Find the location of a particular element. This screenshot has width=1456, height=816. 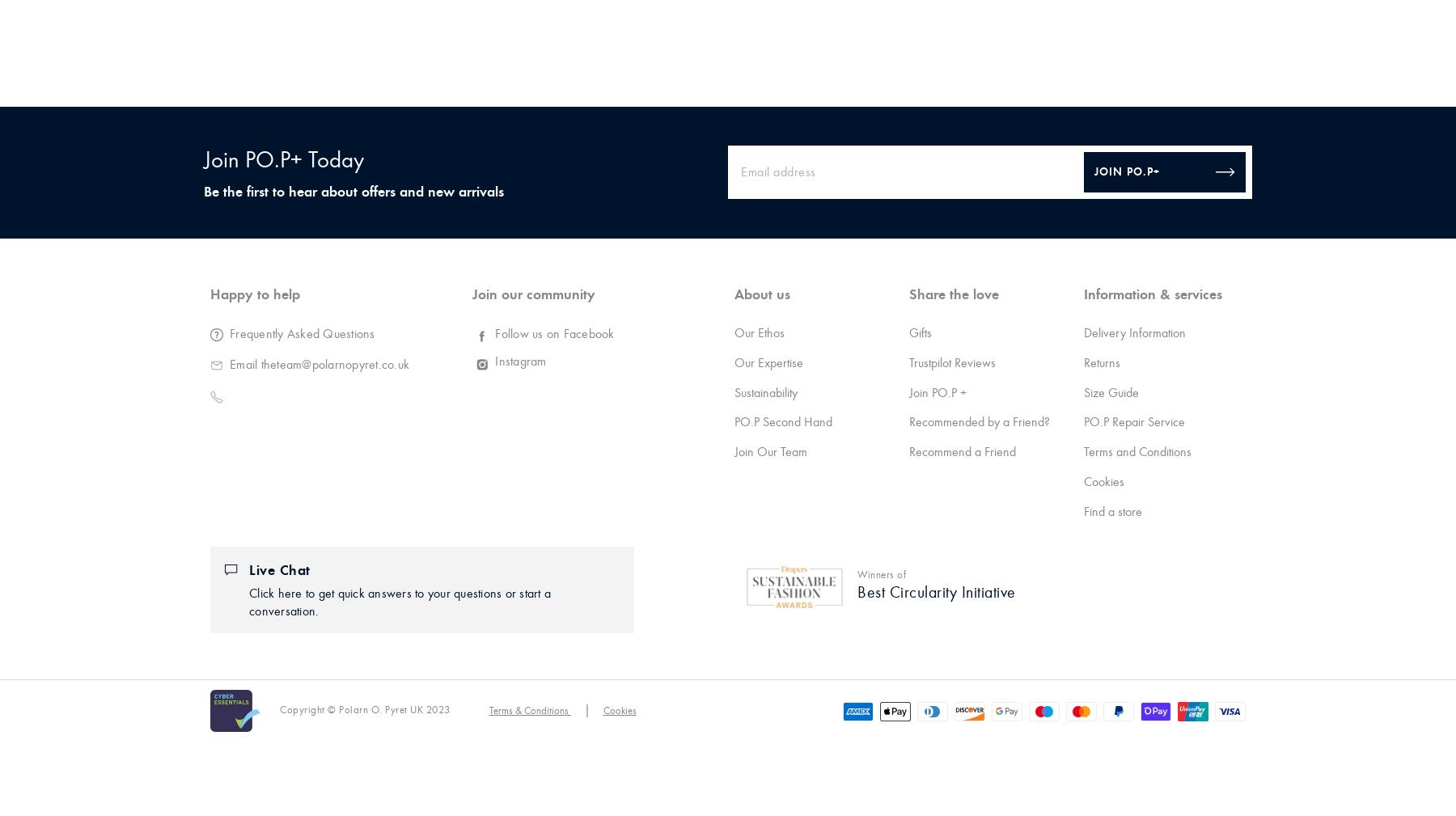

'Recommend a Friend' is located at coordinates (908, 451).